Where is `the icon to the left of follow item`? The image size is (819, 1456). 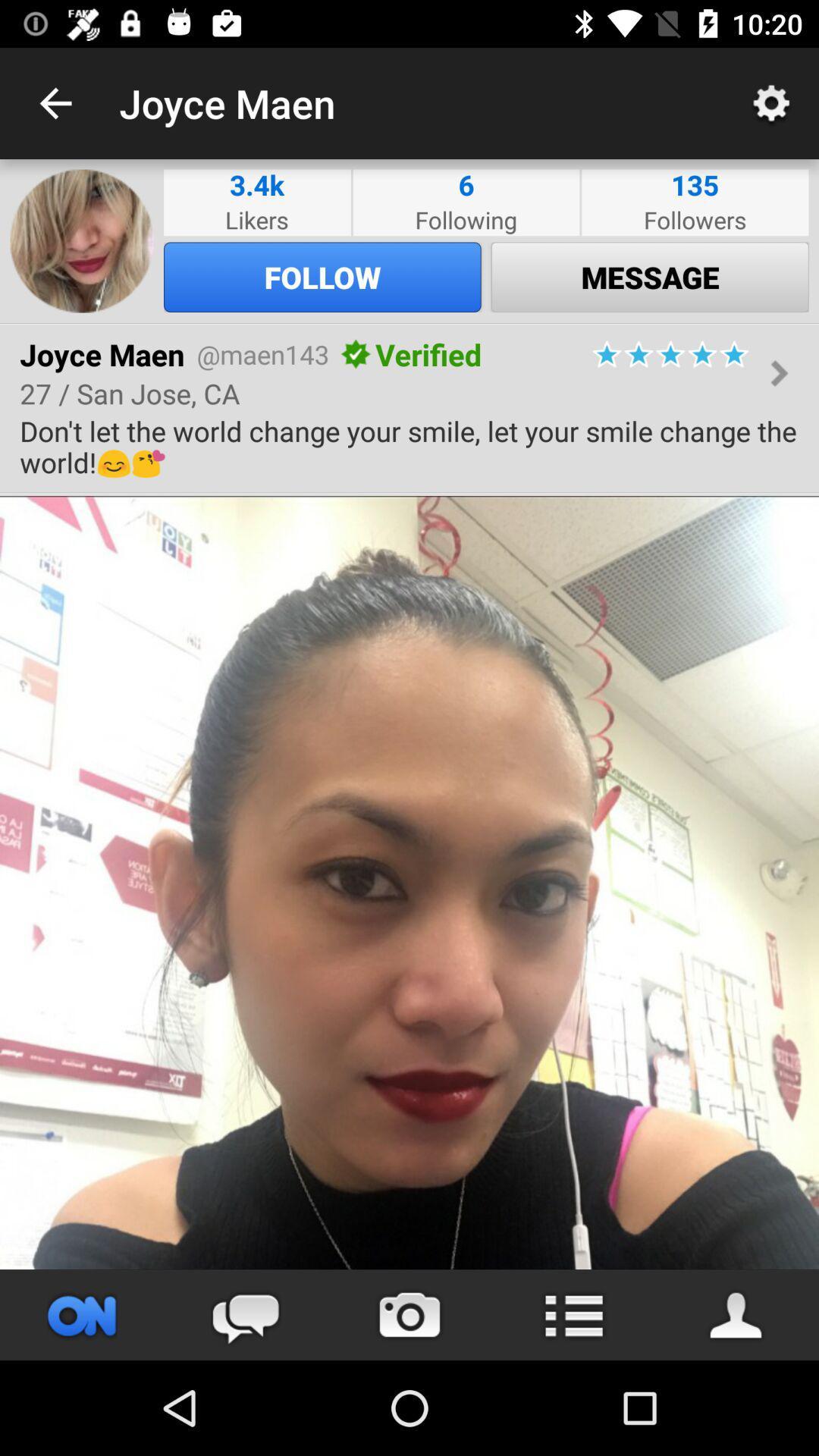 the icon to the left of follow item is located at coordinates (82, 240).